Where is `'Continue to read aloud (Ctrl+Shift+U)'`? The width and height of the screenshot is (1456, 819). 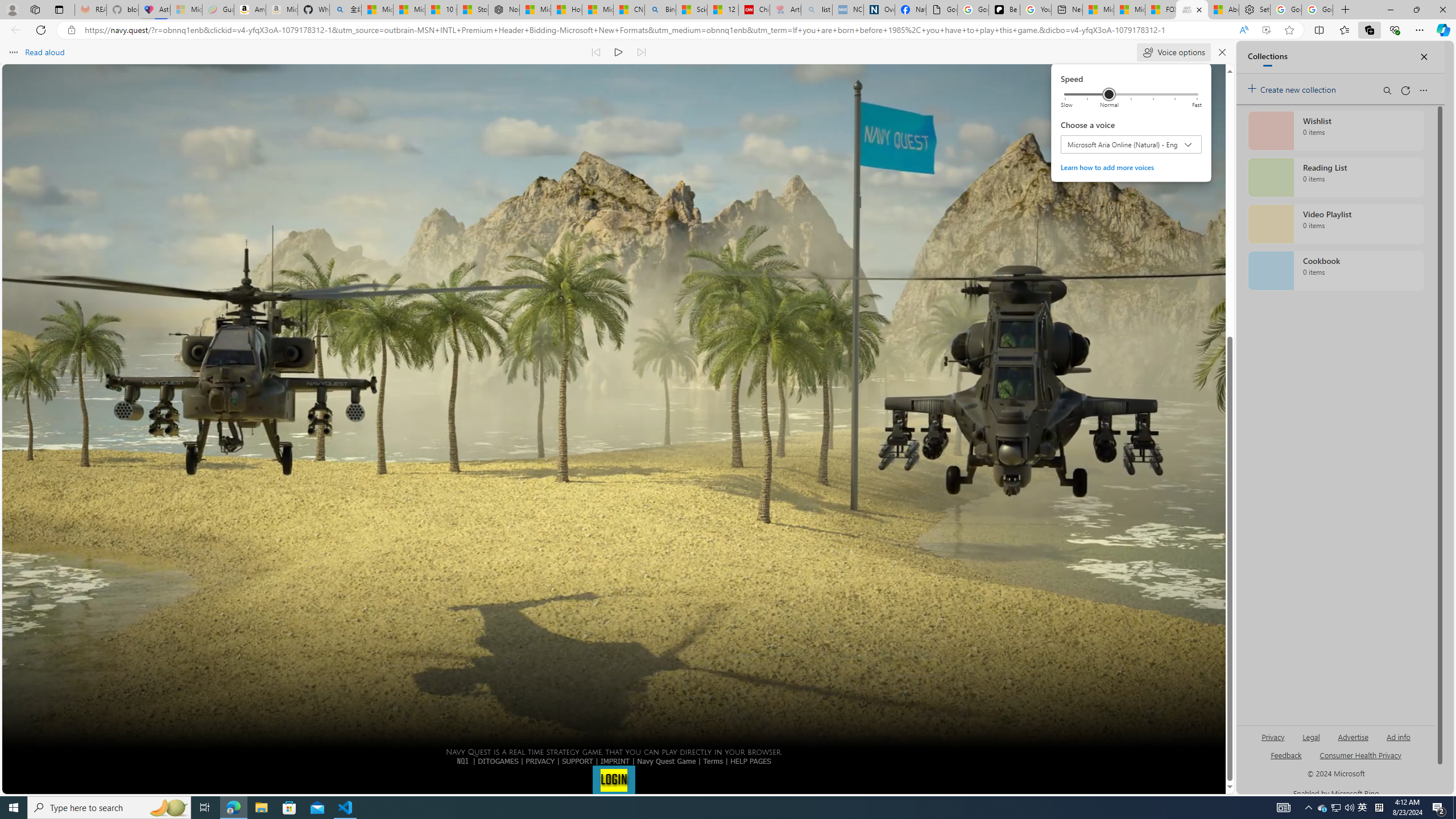 'Continue to read aloud (Ctrl+Shift+U)' is located at coordinates (619, 52).